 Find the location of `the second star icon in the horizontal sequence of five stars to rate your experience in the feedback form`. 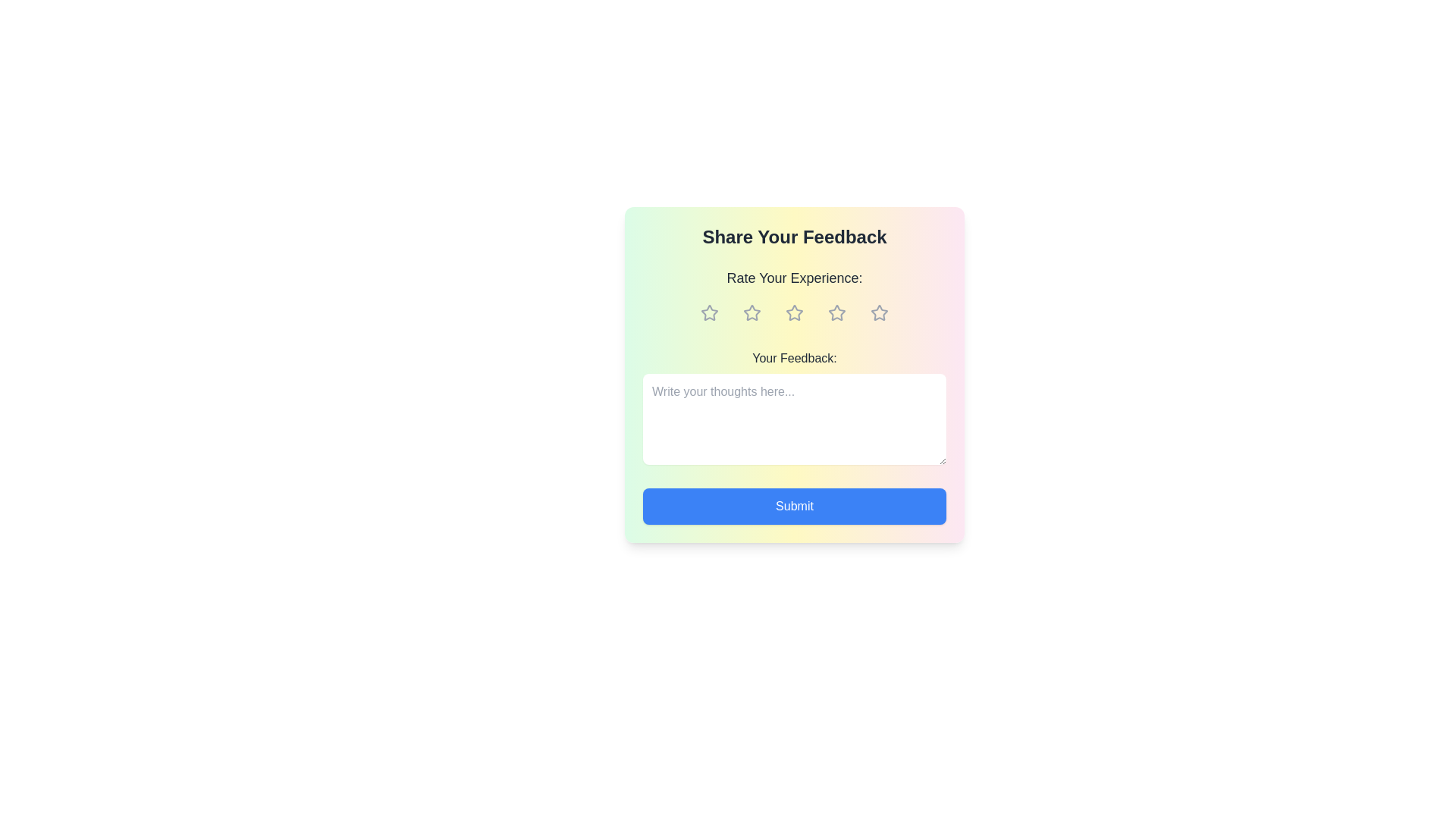

the second star icon in the horizontal sequence of five stars to rate your experience in the feedback form is located at coordinates (752, 312).